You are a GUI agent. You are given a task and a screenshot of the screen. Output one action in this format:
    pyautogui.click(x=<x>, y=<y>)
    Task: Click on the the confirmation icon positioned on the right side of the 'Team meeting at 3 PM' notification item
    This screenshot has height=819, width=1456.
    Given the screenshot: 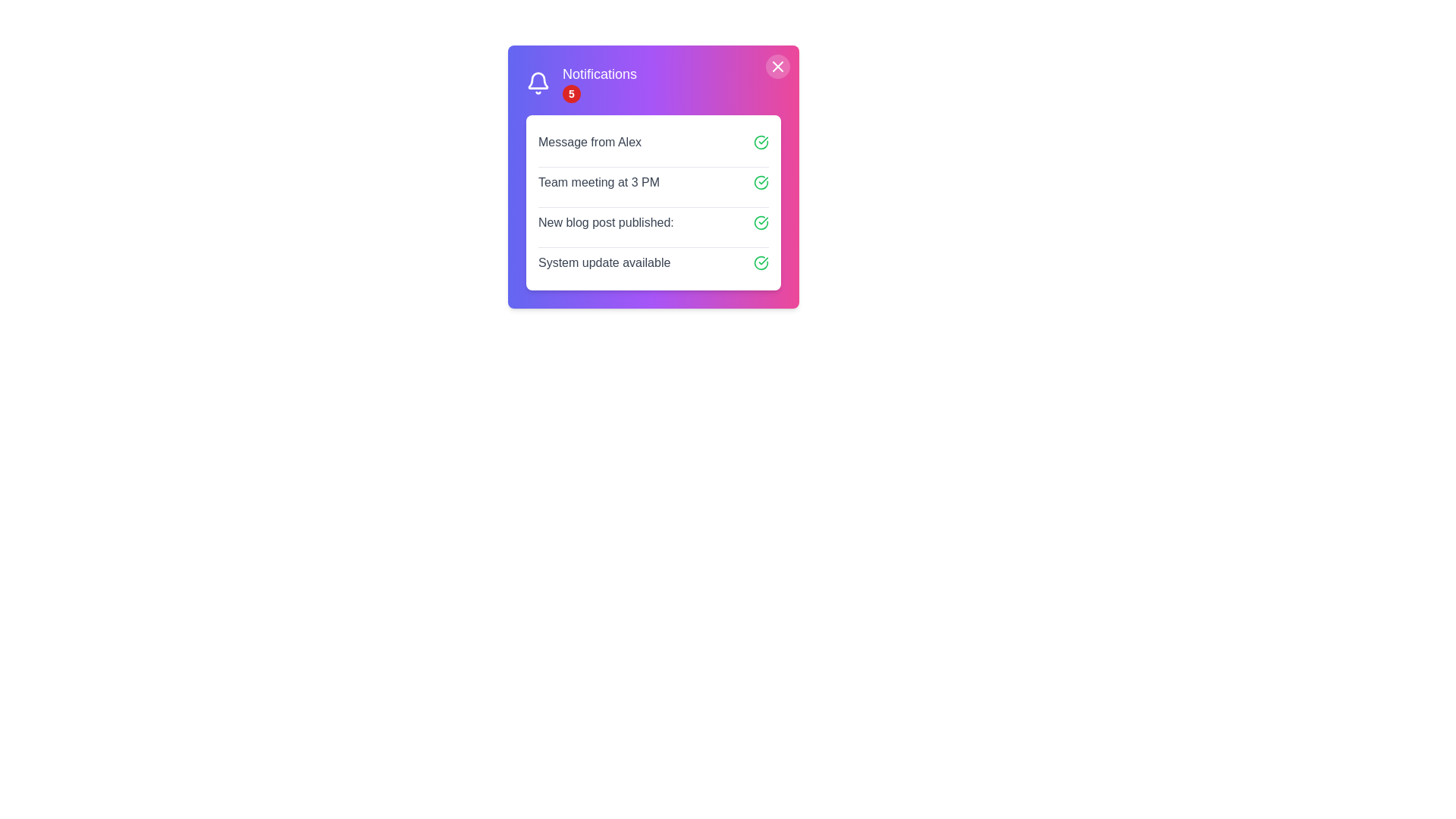 What is the action you would take?
    pyautogui.click(x=761, y=181)
    